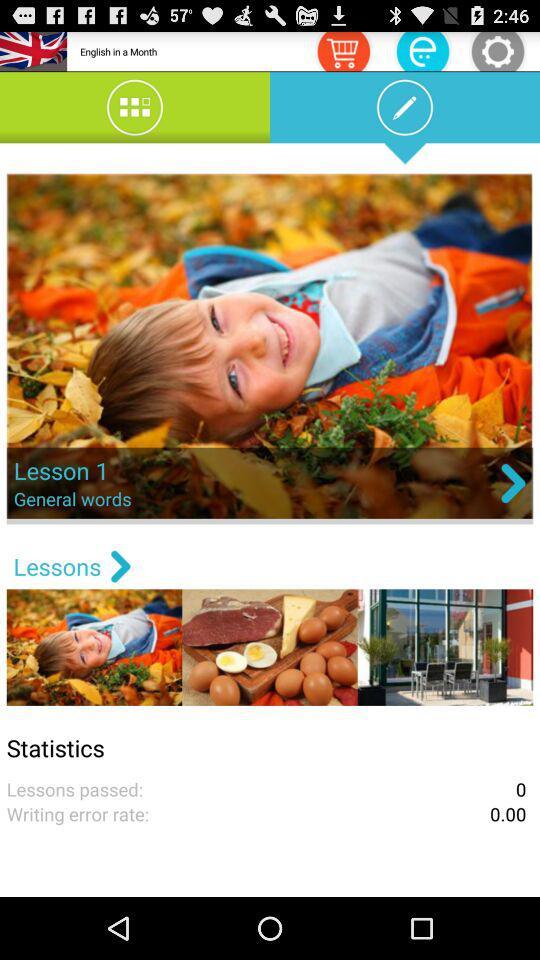 The image size is (540, 960). Describe the element at coordinates (342, 53) in the screenshot. I see `the cart icon` at that location.